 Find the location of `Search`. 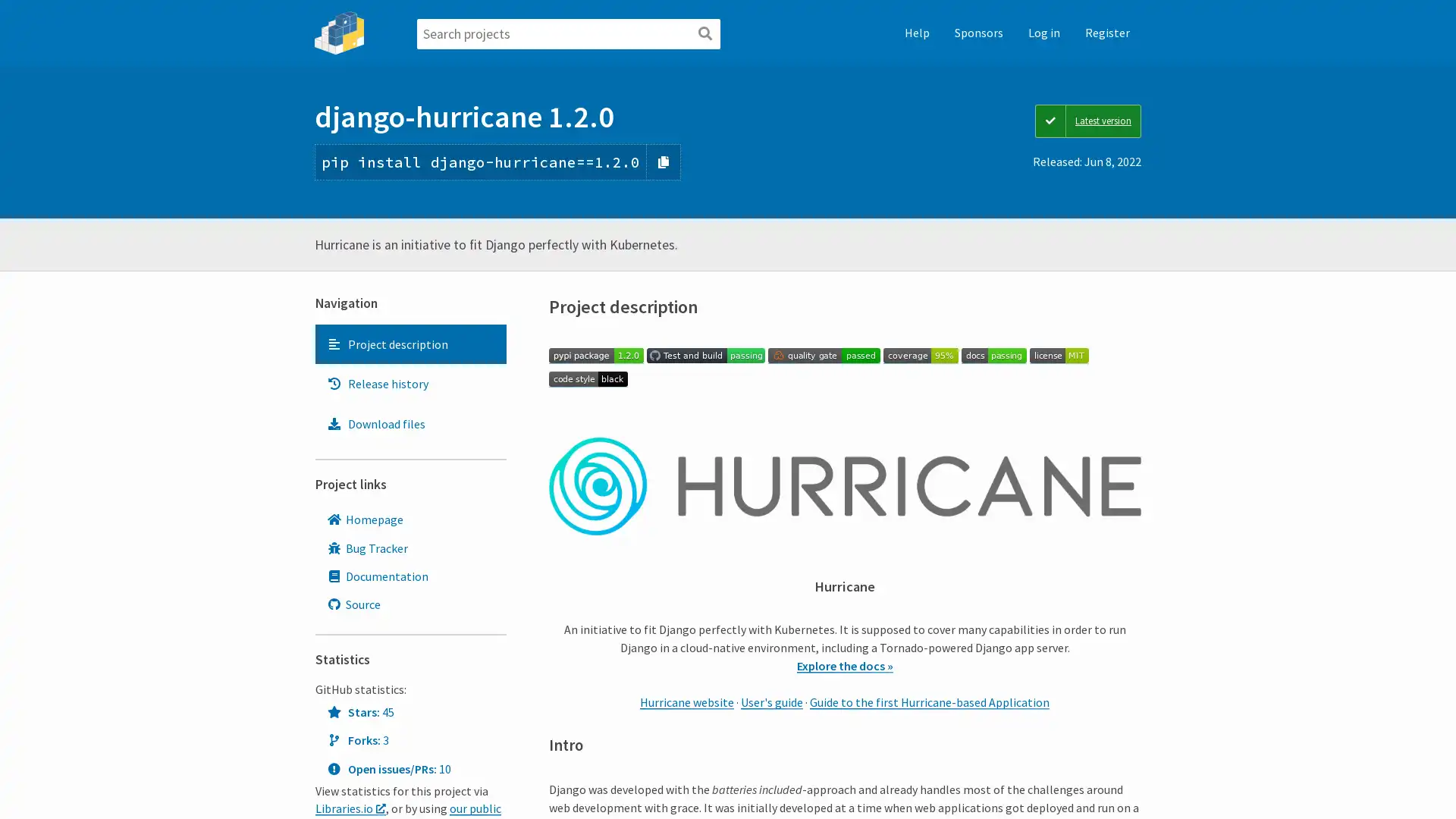

Search is located at coordinates (704, 34).